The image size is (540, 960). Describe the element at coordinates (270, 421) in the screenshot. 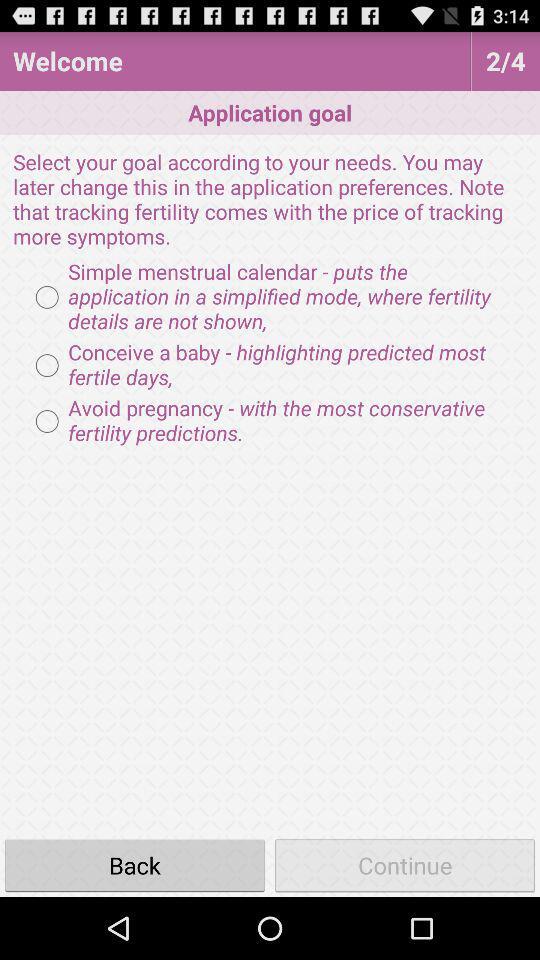

I see `the icon below conceive a baby item` at that location.